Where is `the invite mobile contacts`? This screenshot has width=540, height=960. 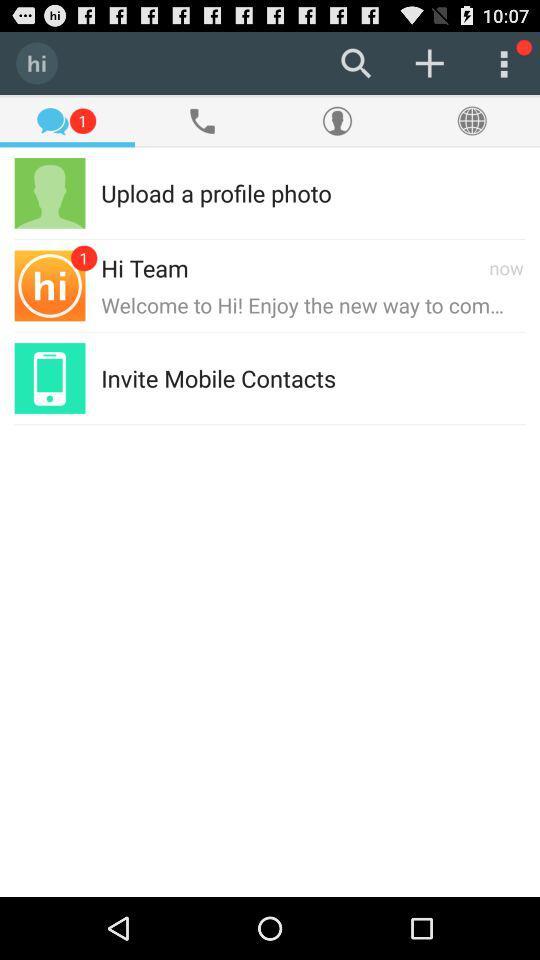
the invite mobile contacts is located at coordinates (217, 377).